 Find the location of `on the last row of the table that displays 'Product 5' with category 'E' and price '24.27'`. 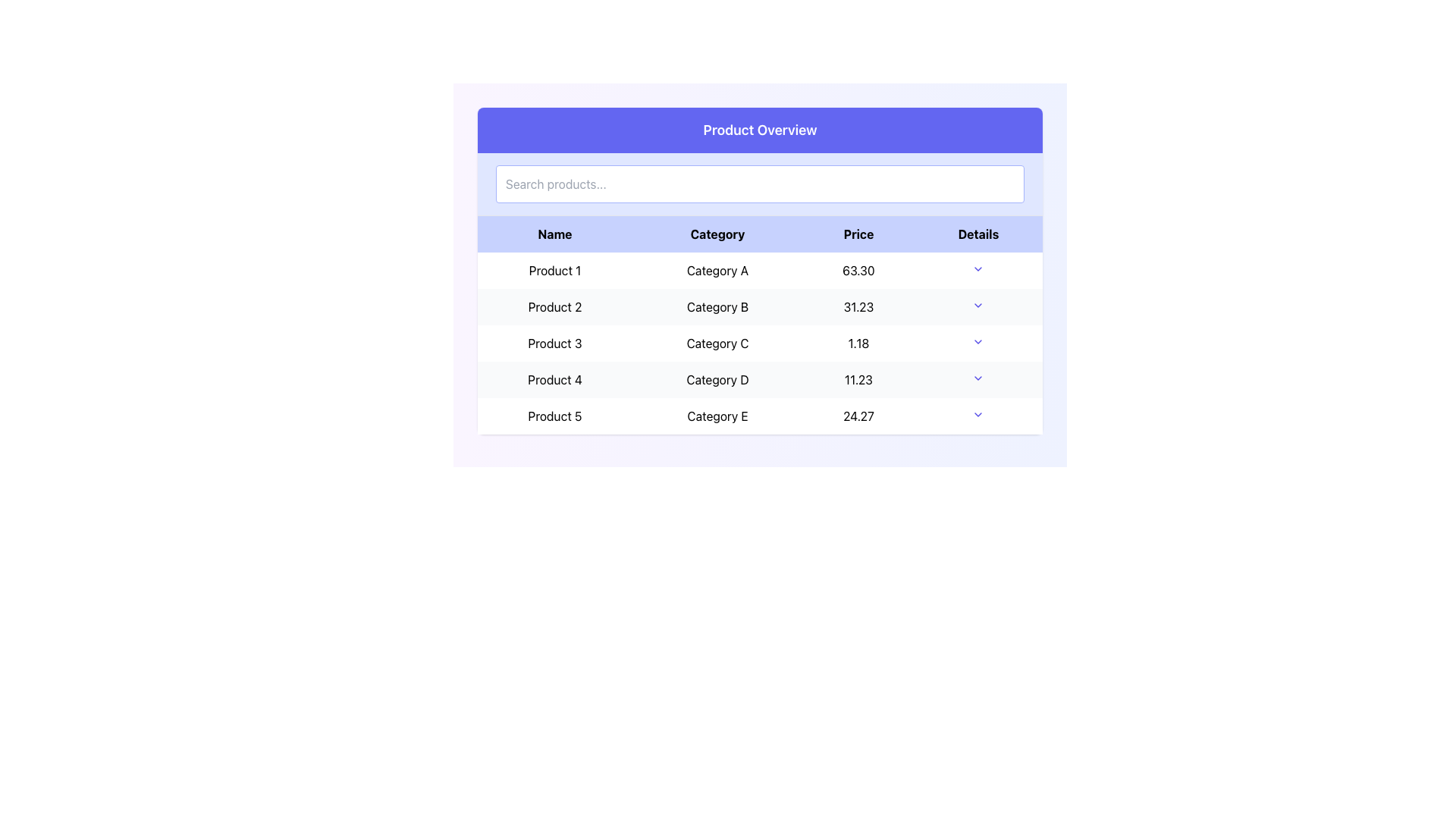

on the last row of the table that displays 'Product 5' with category 'E' and price '24.27' is located at coordinates (760, 416).